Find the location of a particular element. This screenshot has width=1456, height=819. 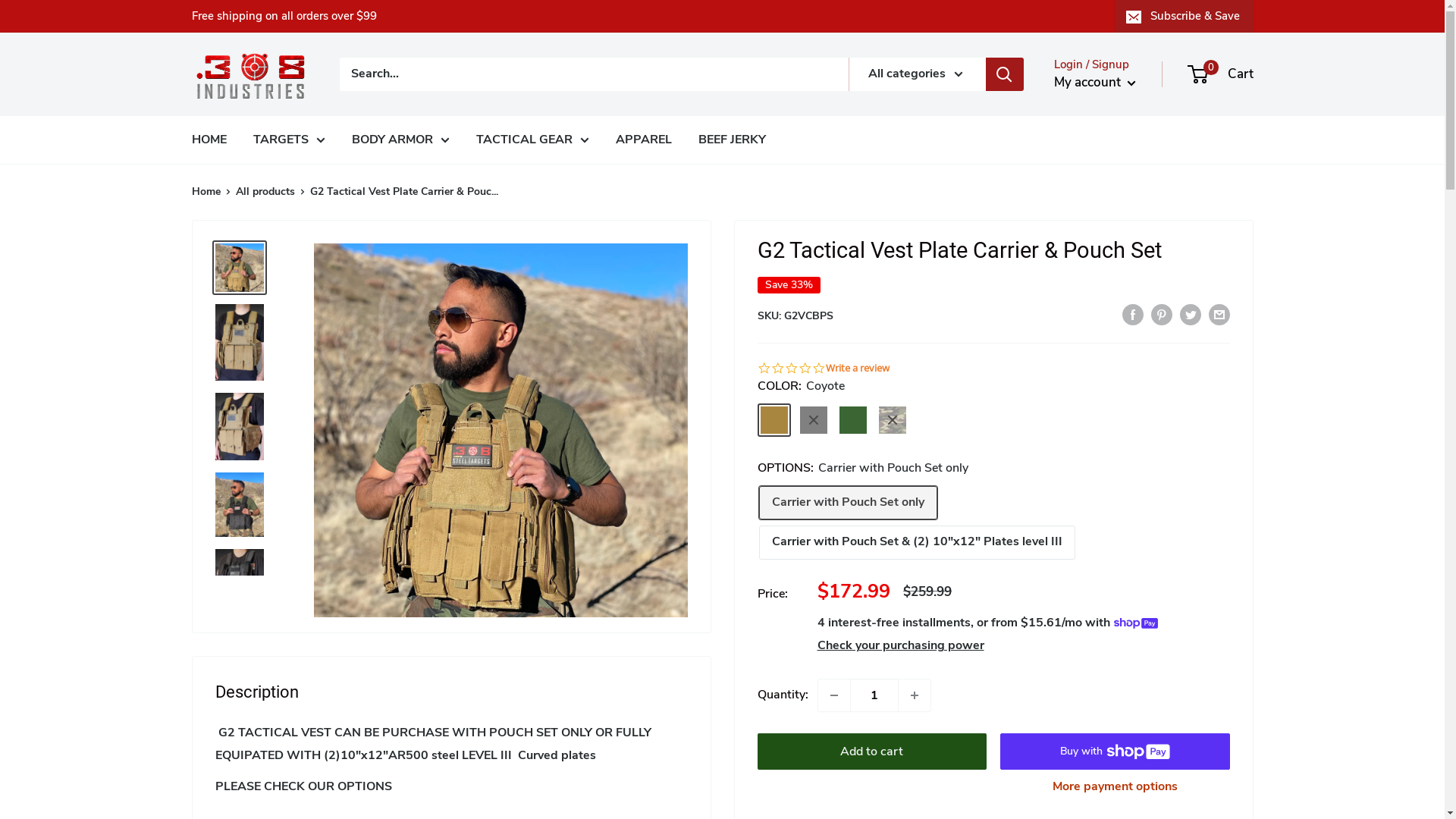

'HOME' is located at coordinates (207, 140).